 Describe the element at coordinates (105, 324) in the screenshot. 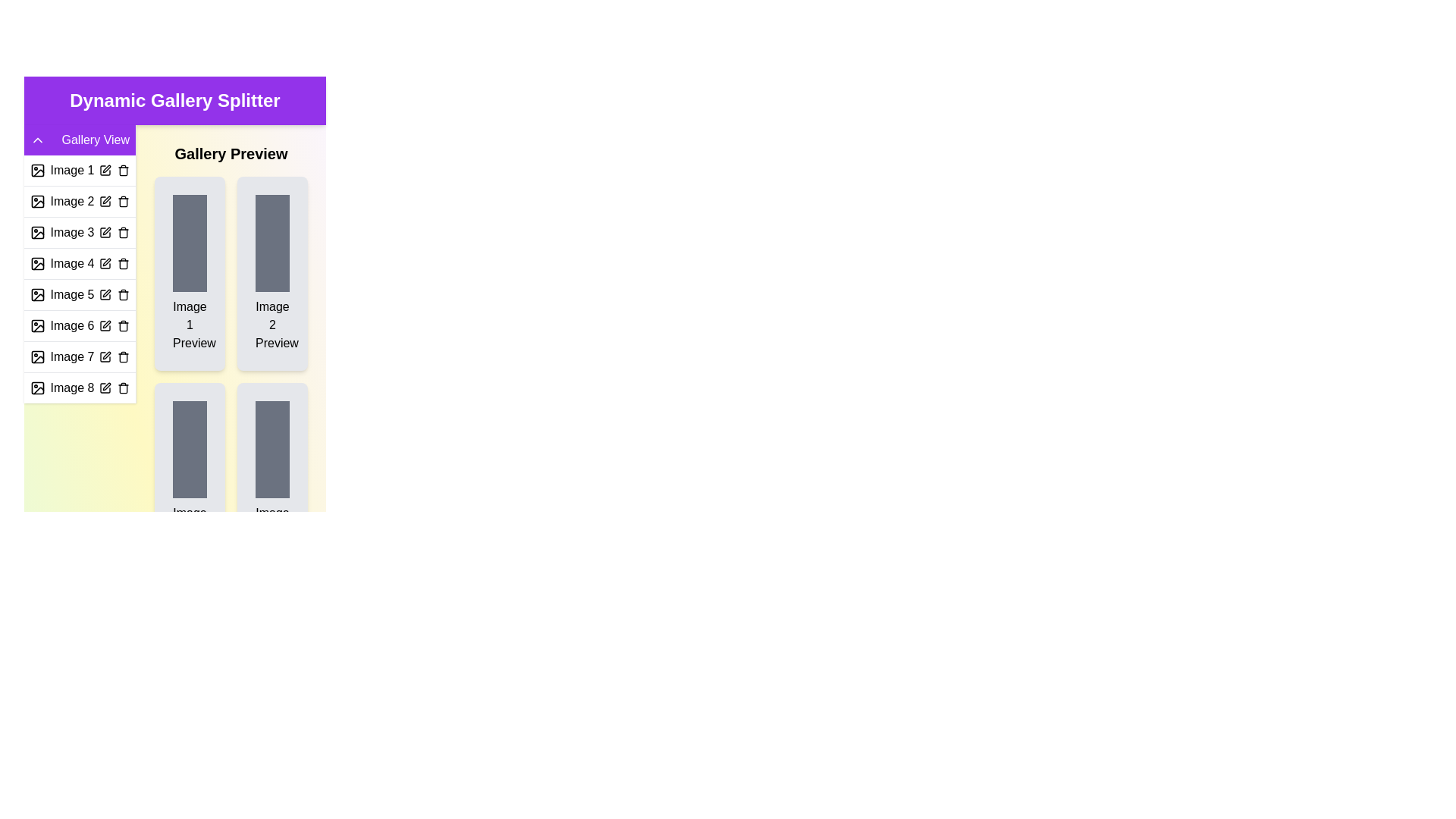

I see `the edit icon button resembling a pen, located next to the text label 'Image 6' in the left sidebar of the 'Gallery View', to initiate the edit action` at that location.